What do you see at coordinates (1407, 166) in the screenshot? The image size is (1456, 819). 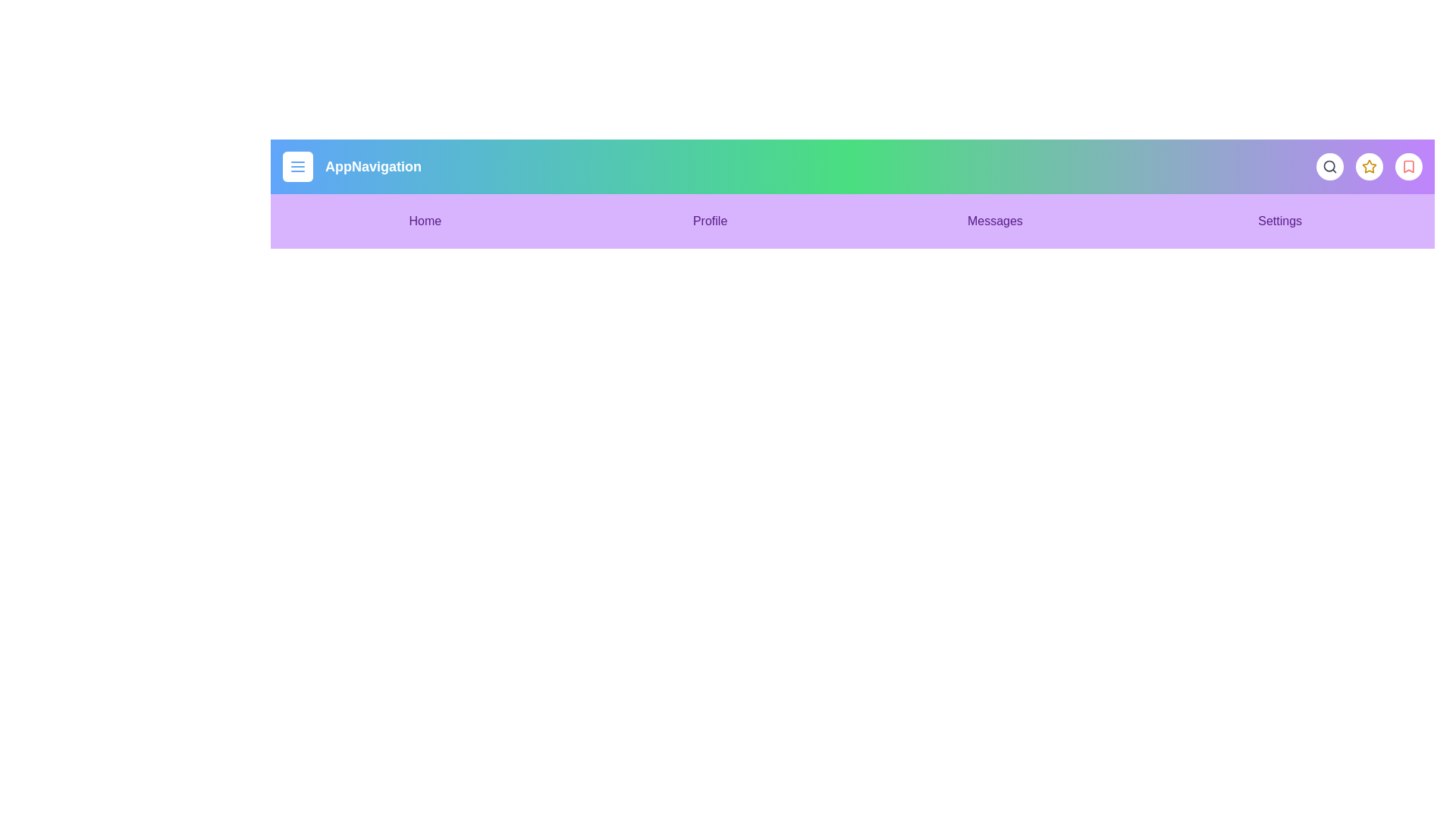 I see `the bookmark icon to save an item` at bounding box center [1407, 166].